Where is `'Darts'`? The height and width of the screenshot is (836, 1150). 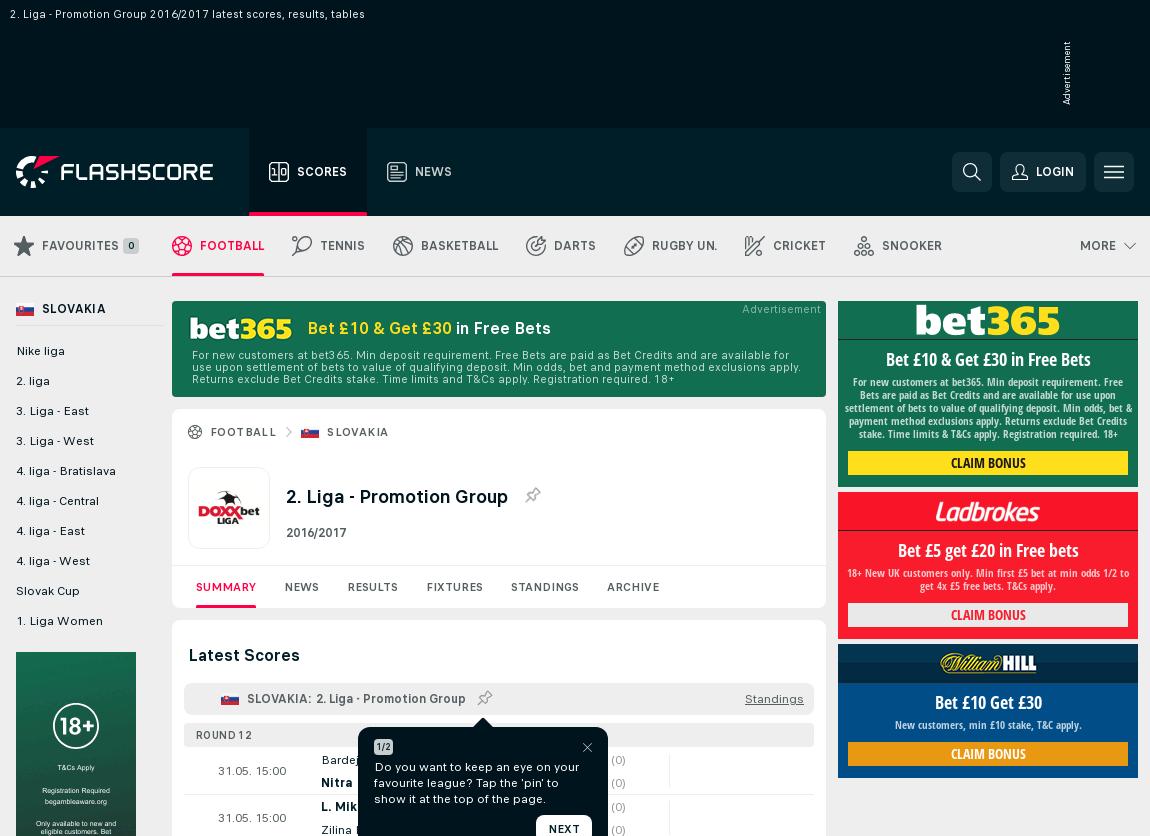 'Darts' is located at coordinates (553, 246).